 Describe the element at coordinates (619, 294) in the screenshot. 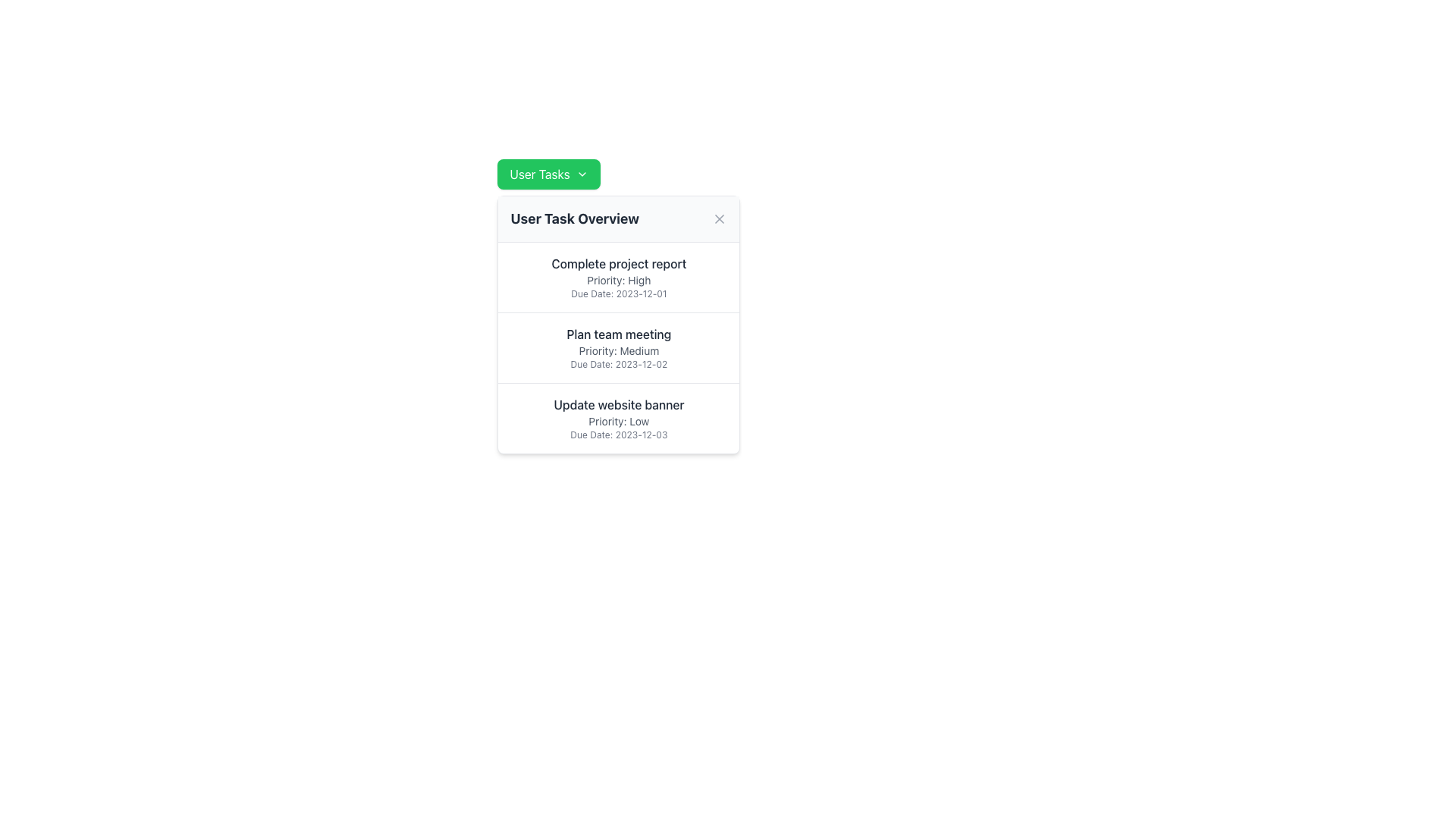

I see `text label that displays the due date of the task, located below 'Priority: High' in the first task entry` at that location.